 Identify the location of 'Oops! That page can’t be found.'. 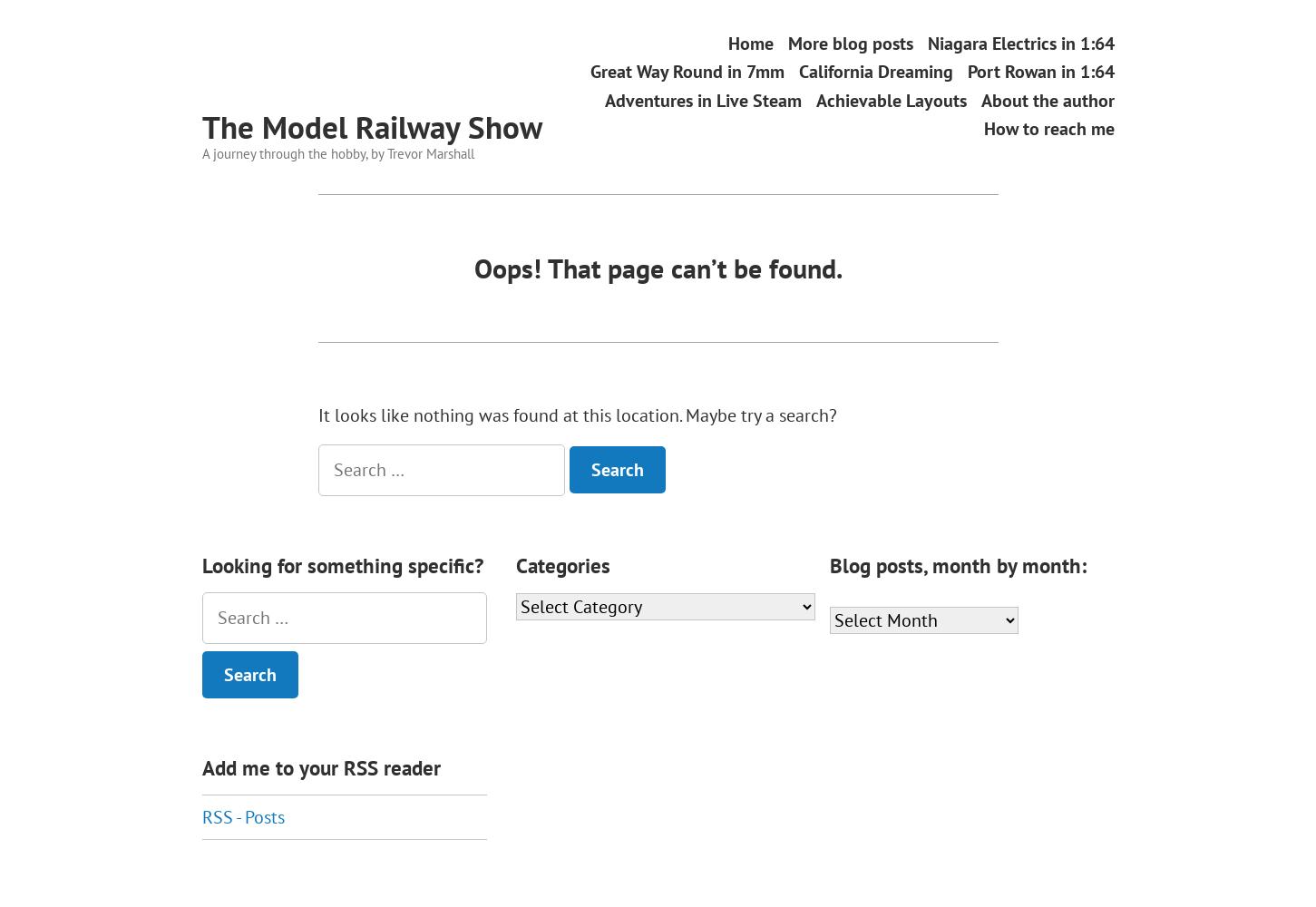
(658, 268).